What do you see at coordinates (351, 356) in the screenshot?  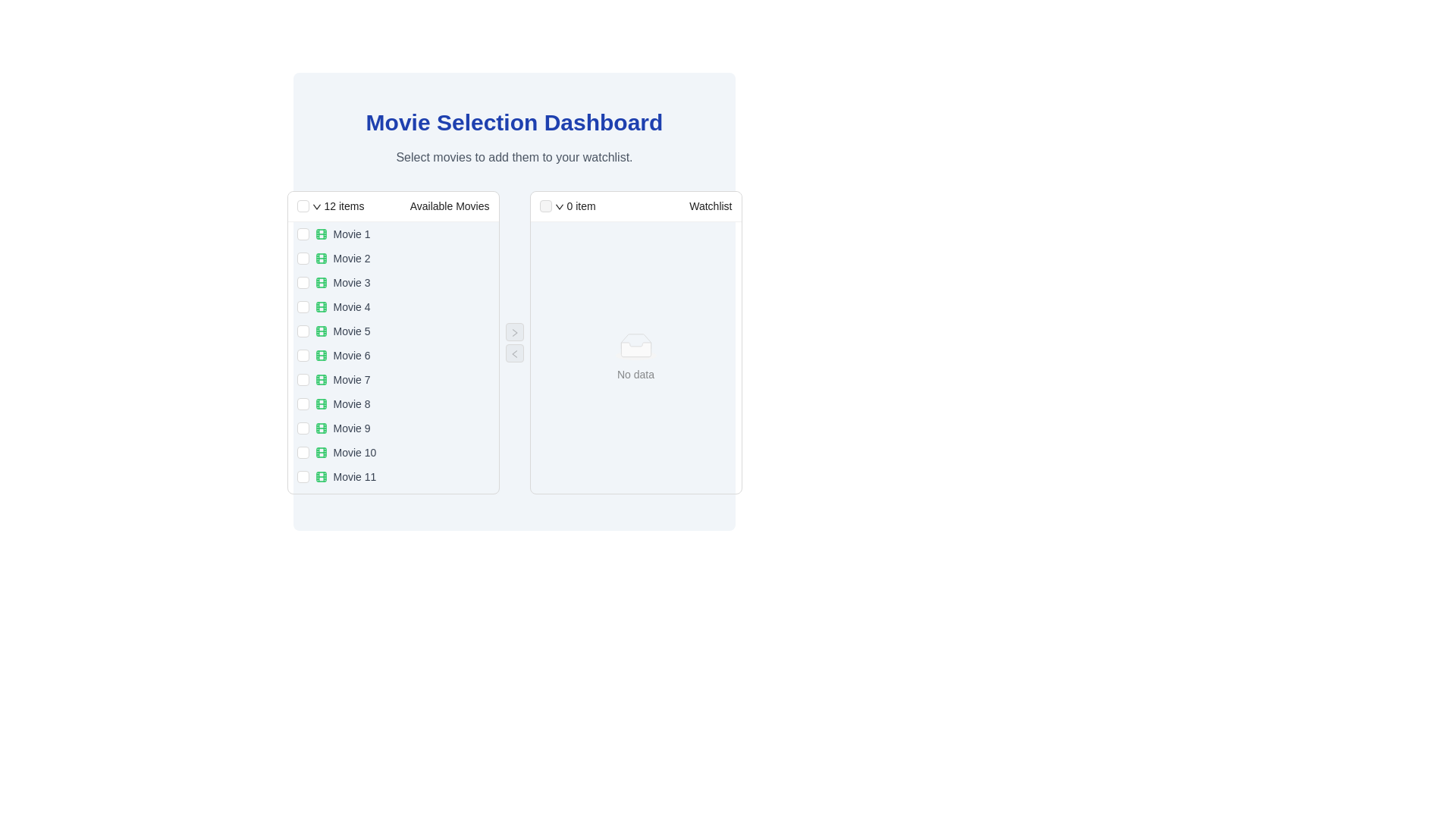 I see `the movie item labeled 'Movie 6' in the vertical list of available movies` at bounding box center [351, 356].